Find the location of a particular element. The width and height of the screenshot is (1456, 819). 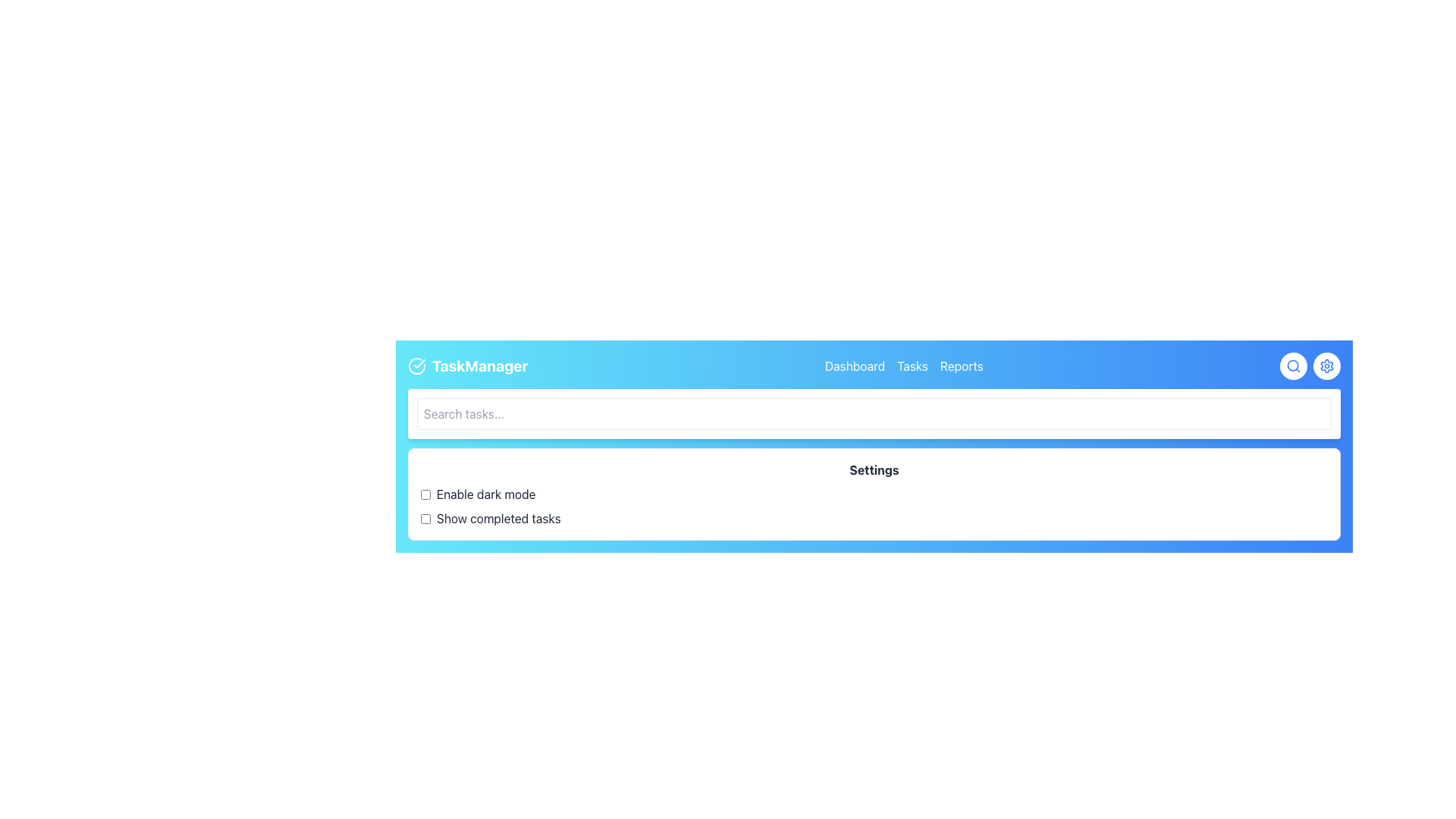

the navigation link for 'Tasks', which is the second item in the top-right navigation menu, to underline it is located at coordinates (912, 366).